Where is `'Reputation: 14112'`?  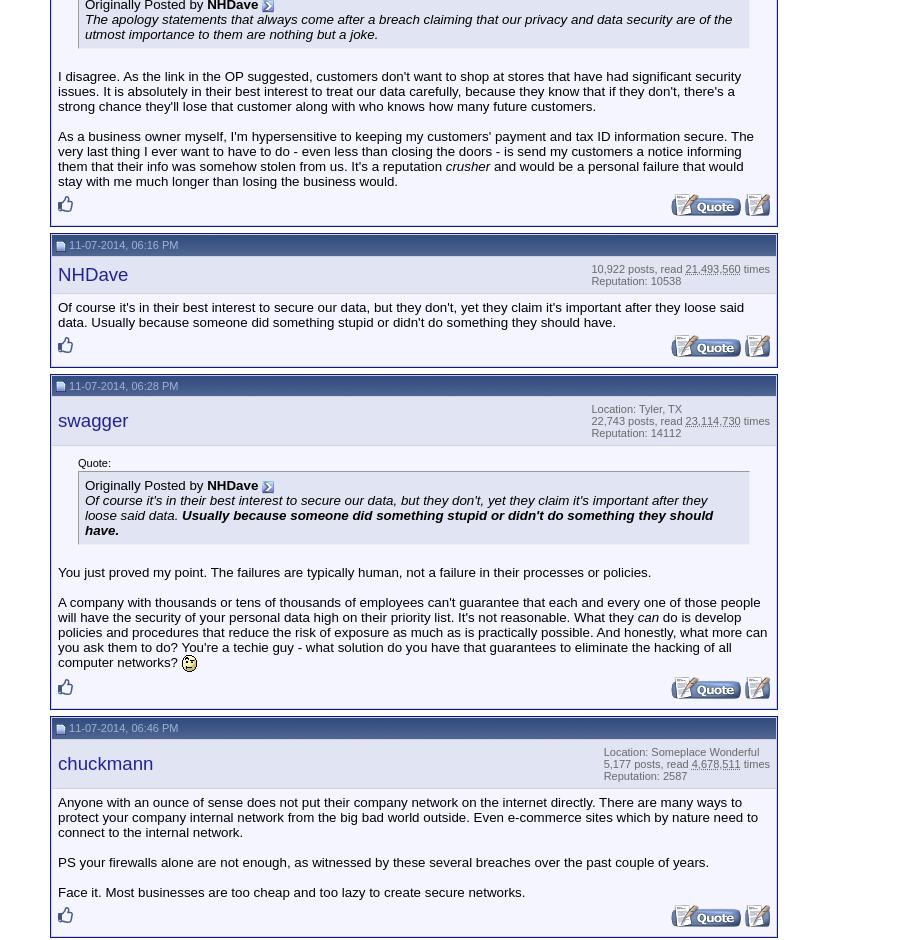 'Reputation: 14112' is located at coordinates (634, 431).